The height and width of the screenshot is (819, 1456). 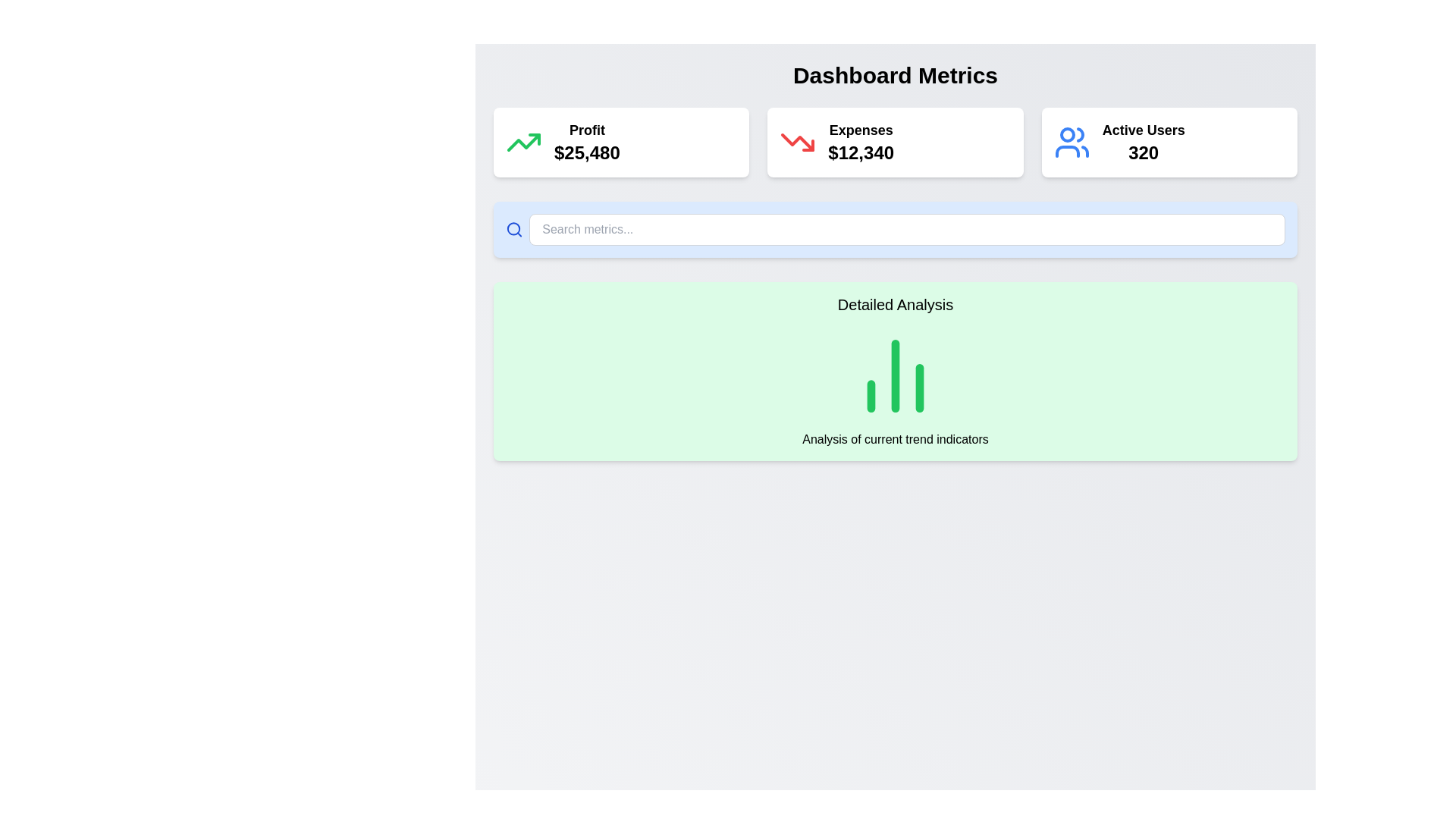 I want to click on text displayed in the 'Active Users' metric box located at the upper-right corner of the dashboard interface, so click(x=1144, y=143).